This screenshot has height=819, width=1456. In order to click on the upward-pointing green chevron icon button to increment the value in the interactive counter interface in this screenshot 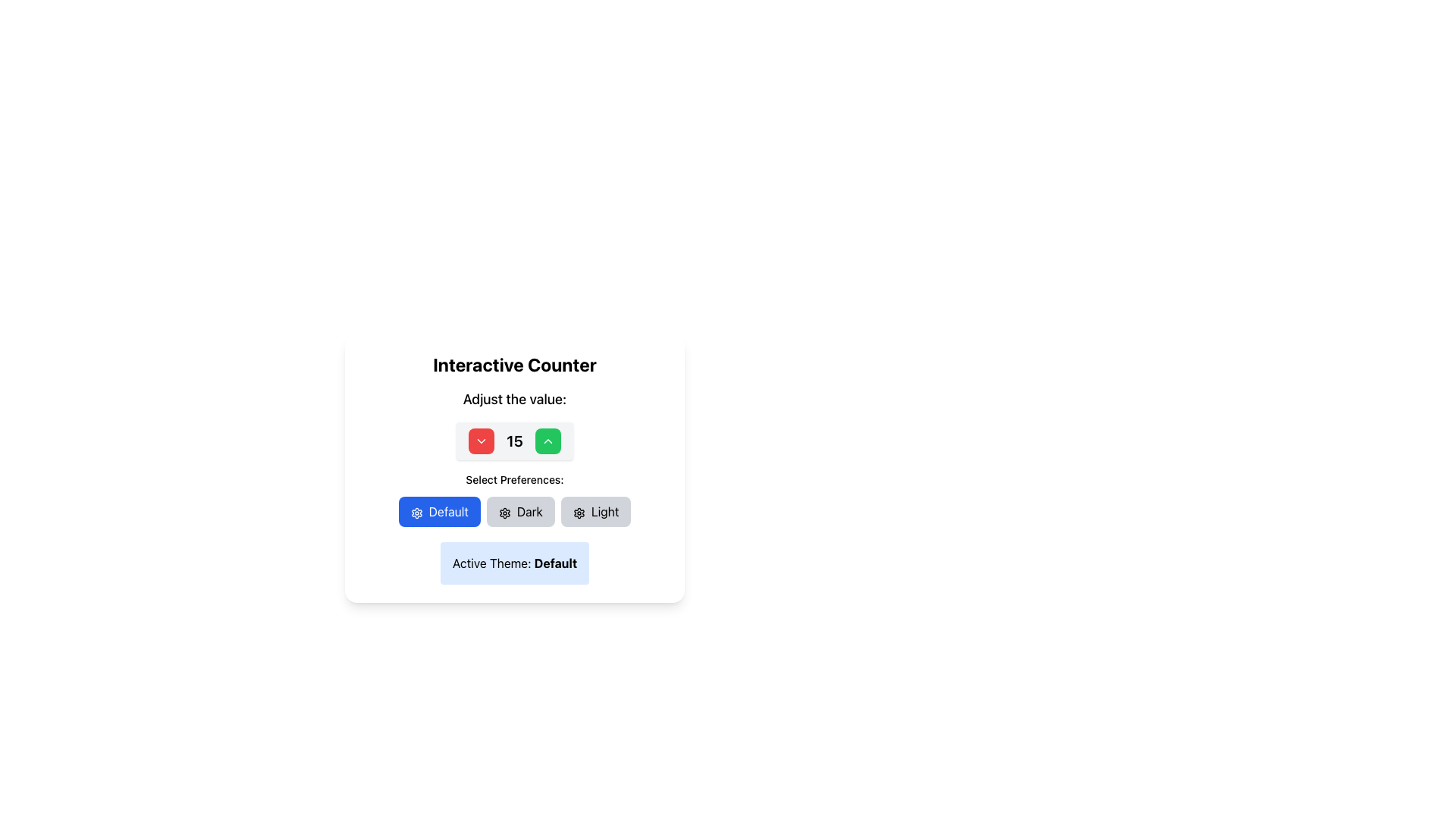, I will do `click(546, 441)`.